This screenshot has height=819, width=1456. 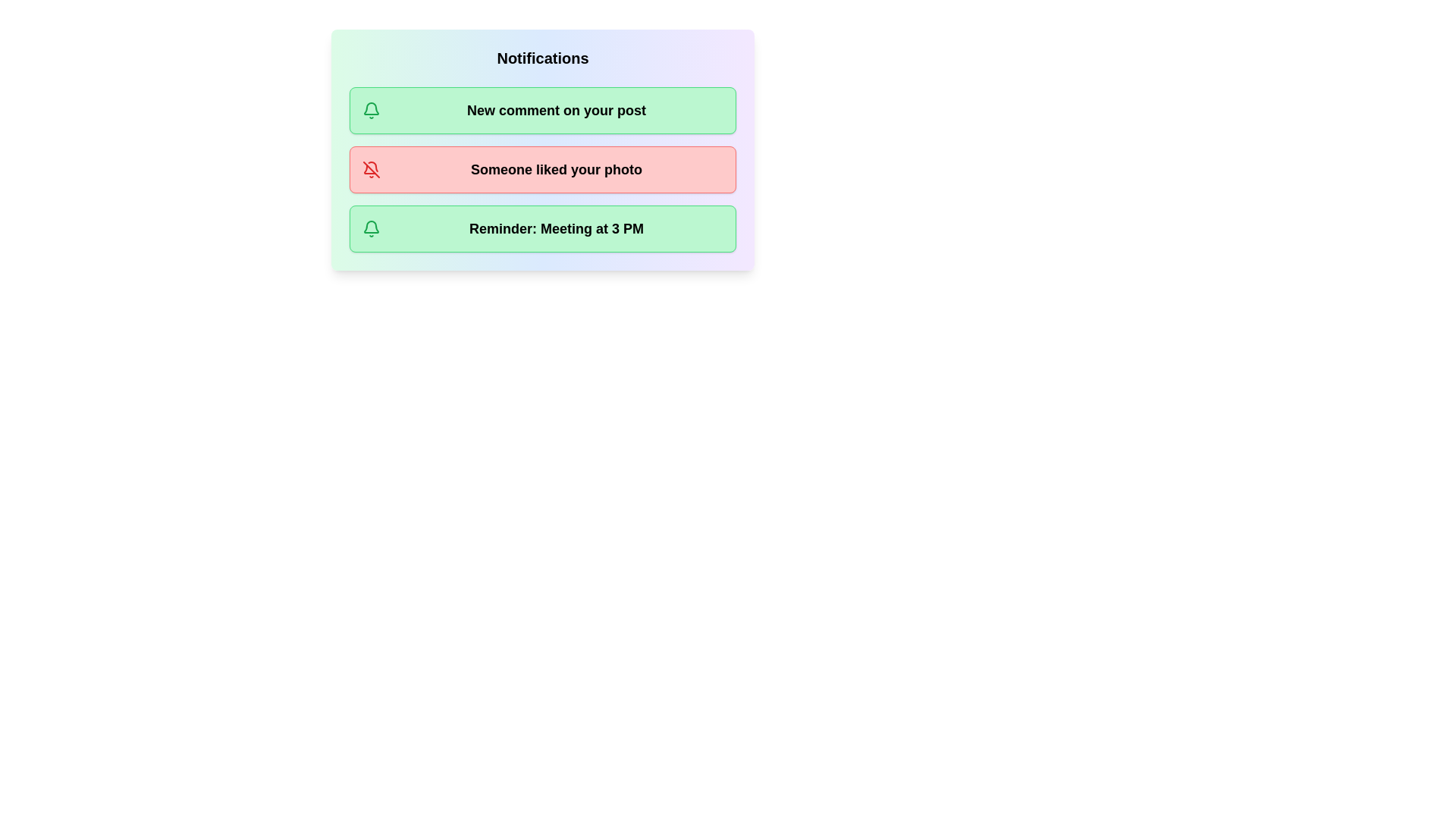 I want to click on the notification chip corresponding to New comment on your post, so click(x=542, y=110).